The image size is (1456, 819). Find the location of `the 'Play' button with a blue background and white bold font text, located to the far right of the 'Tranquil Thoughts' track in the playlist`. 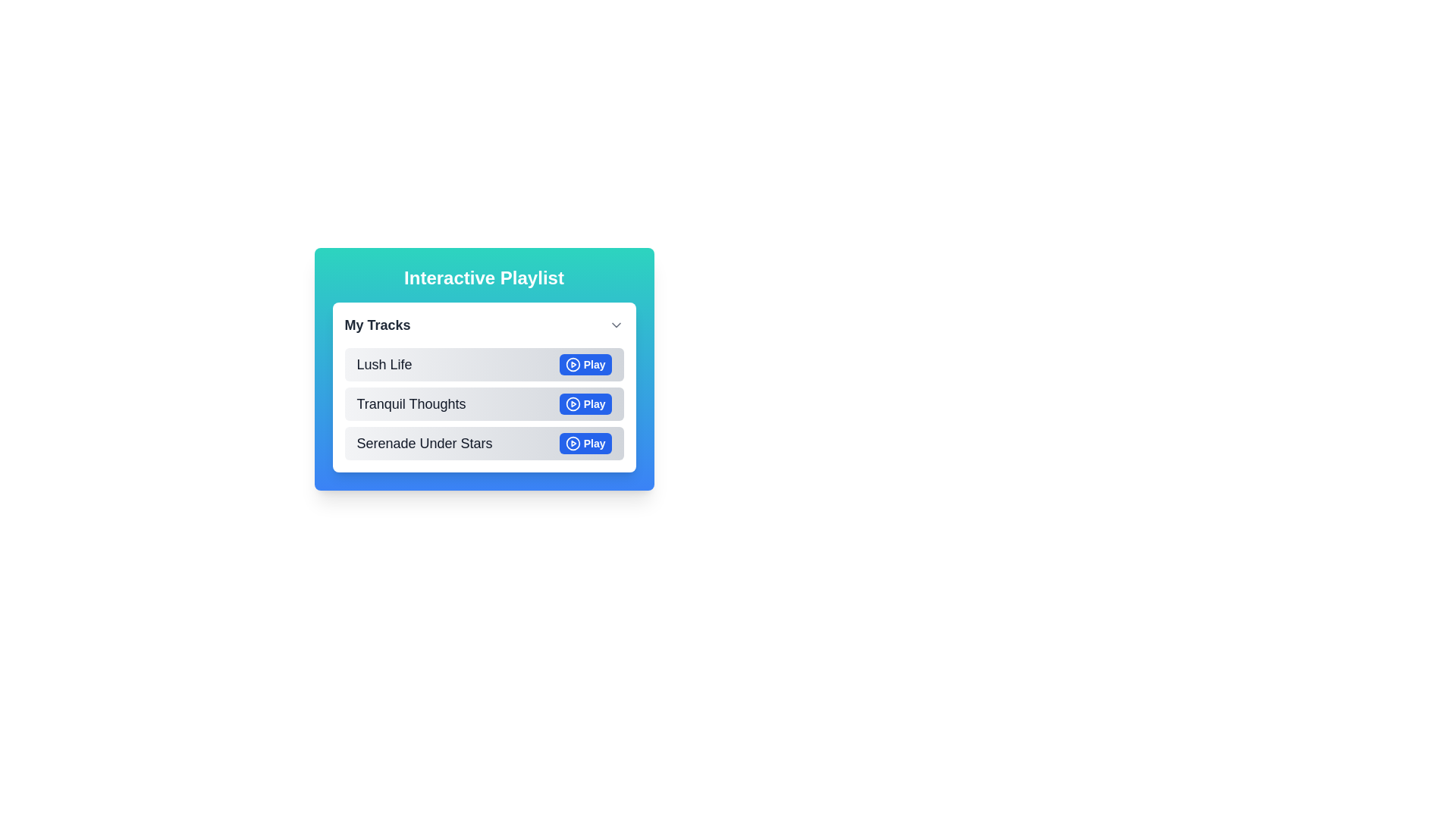

the 'Play' button with a blue background and white bold font text, located to the far right of the 'Tranquil Thoughts' track in the playlist is located at coordinates (585, 403).